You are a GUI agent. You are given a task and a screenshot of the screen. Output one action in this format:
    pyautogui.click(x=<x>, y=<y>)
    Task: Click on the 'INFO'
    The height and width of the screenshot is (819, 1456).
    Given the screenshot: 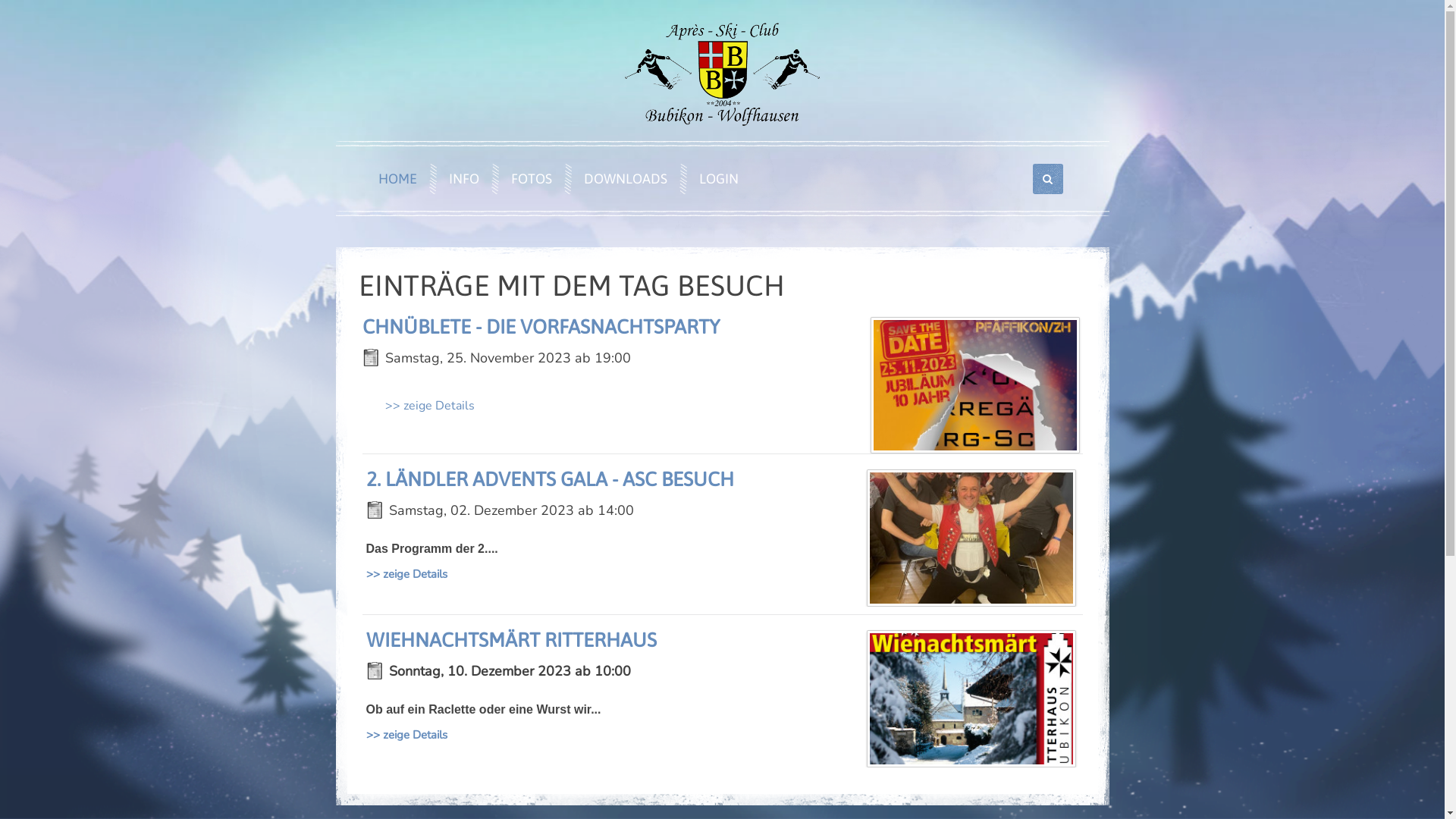 What is the action you would take?
    pyautogui.click(x=459, y=177)
    